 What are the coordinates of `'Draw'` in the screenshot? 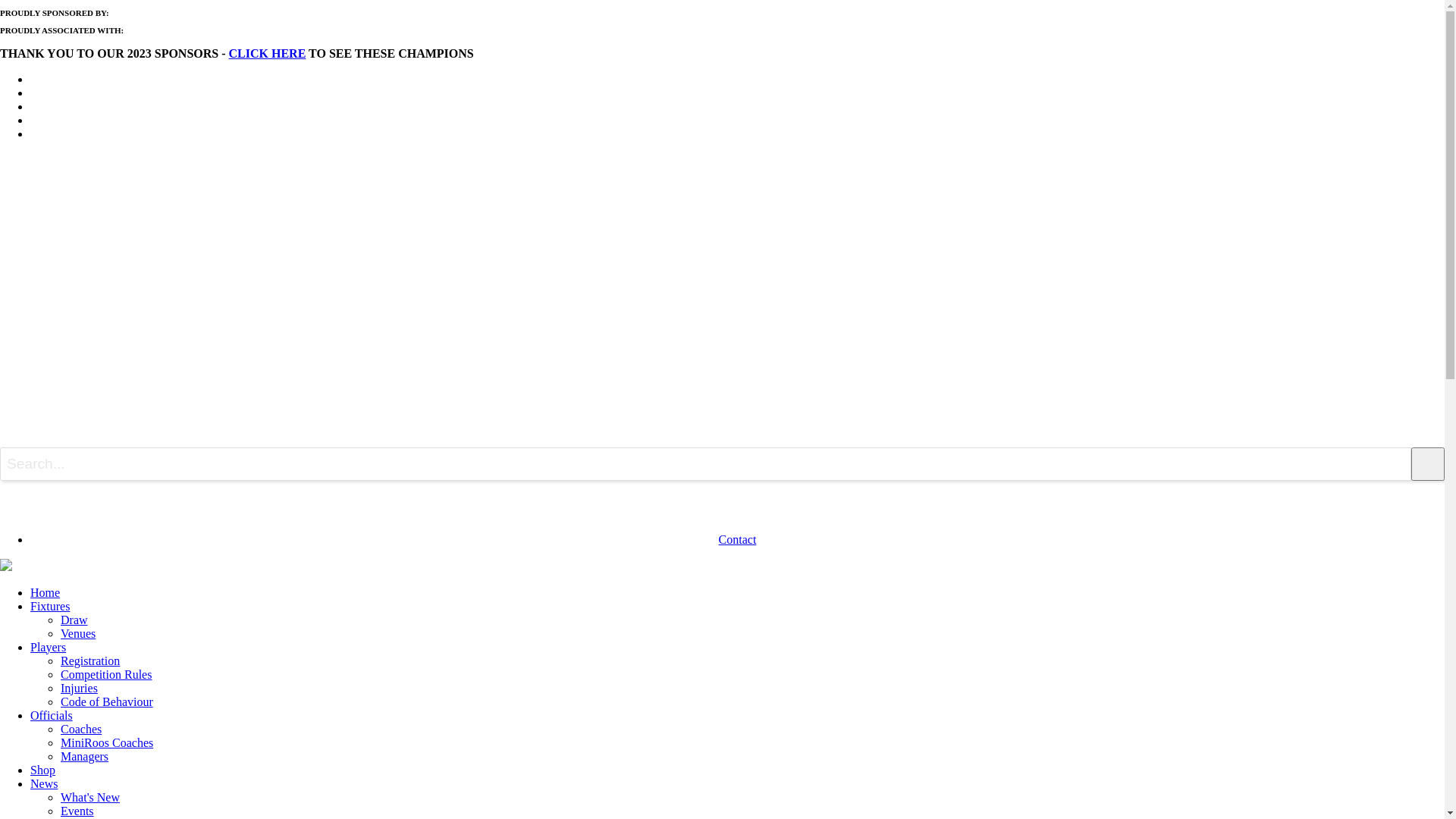 It's located at (61, 620).